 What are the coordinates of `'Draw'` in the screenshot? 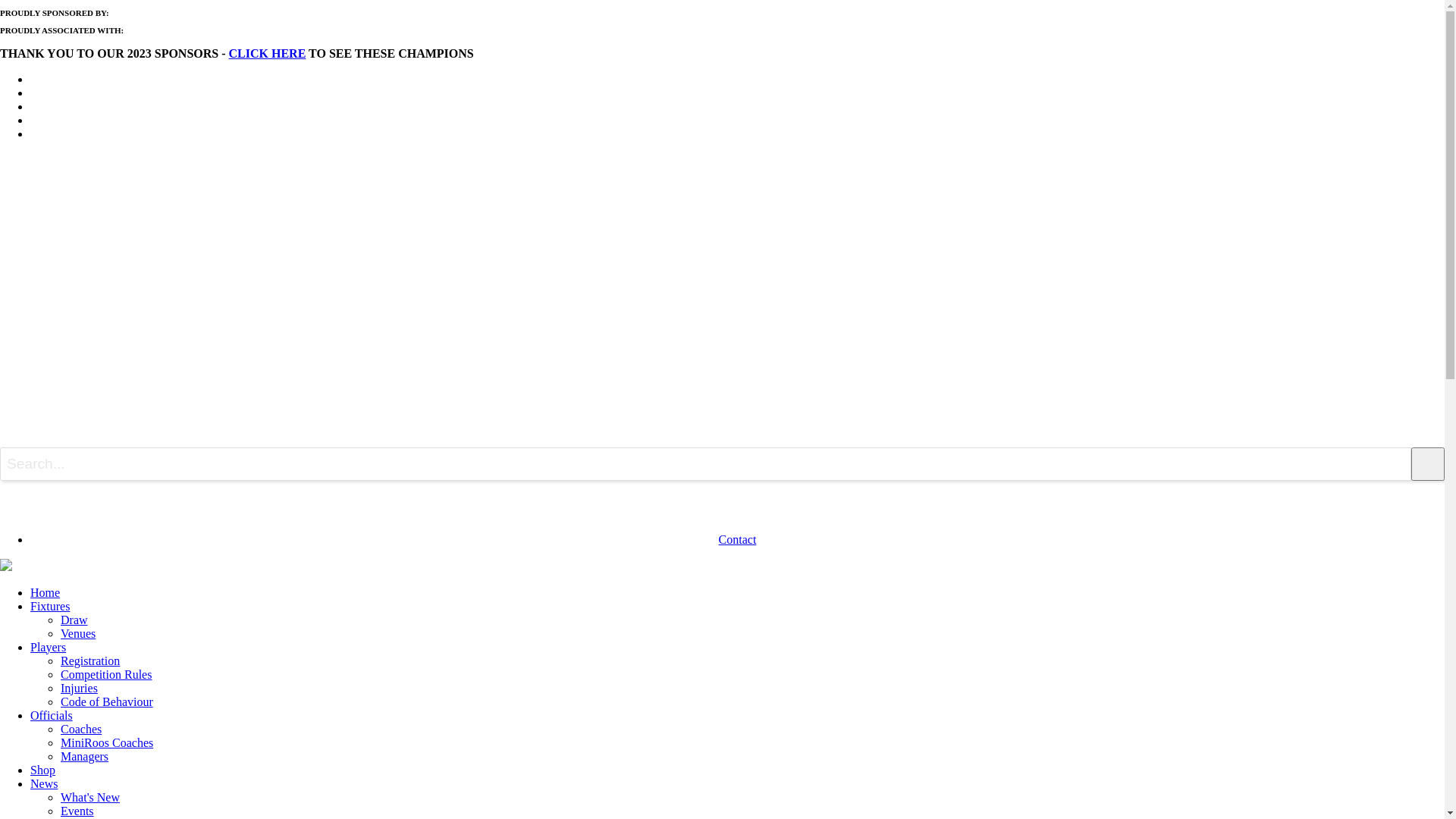 It's located at (61, 620).